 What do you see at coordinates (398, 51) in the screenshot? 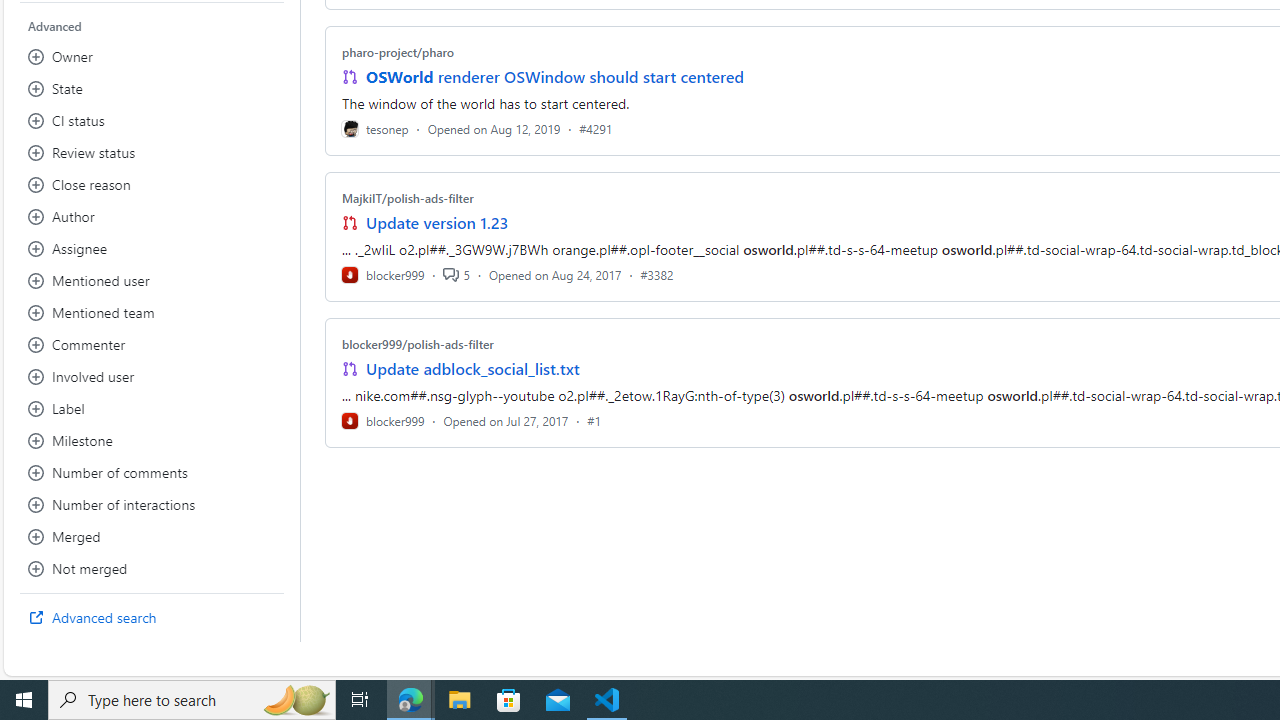
I see `'pharo-project/pharo'` at bounding box center [398, 51].